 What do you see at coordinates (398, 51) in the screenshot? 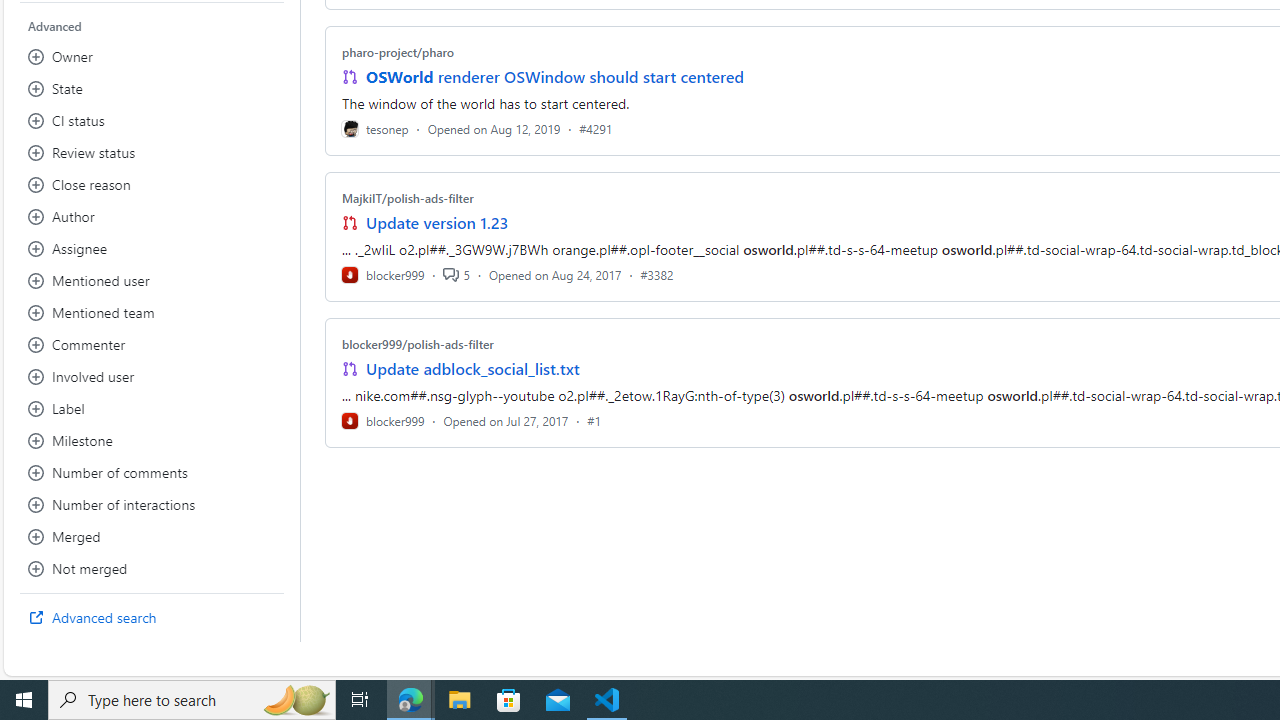
I see `'pharo-project/pharo'` at bounding box center [398, 51].